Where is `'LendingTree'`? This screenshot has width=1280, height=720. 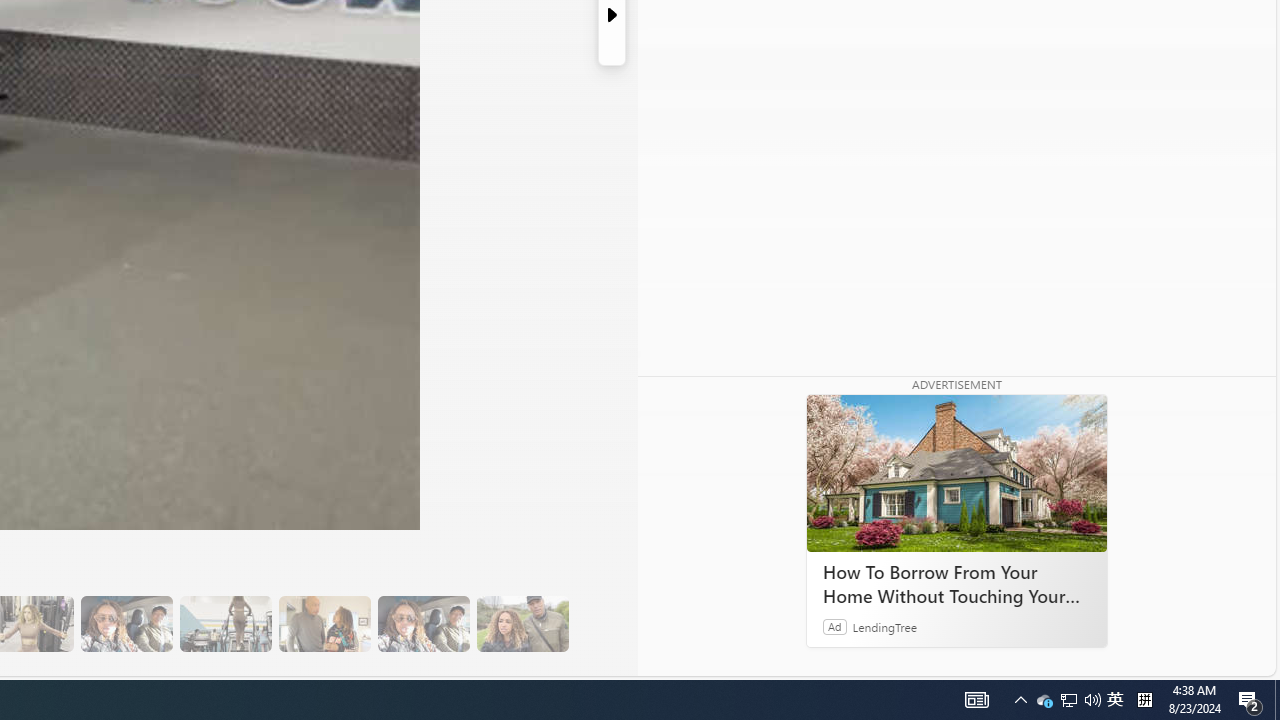
'LendingTree' is located at coordinates (884, 625).